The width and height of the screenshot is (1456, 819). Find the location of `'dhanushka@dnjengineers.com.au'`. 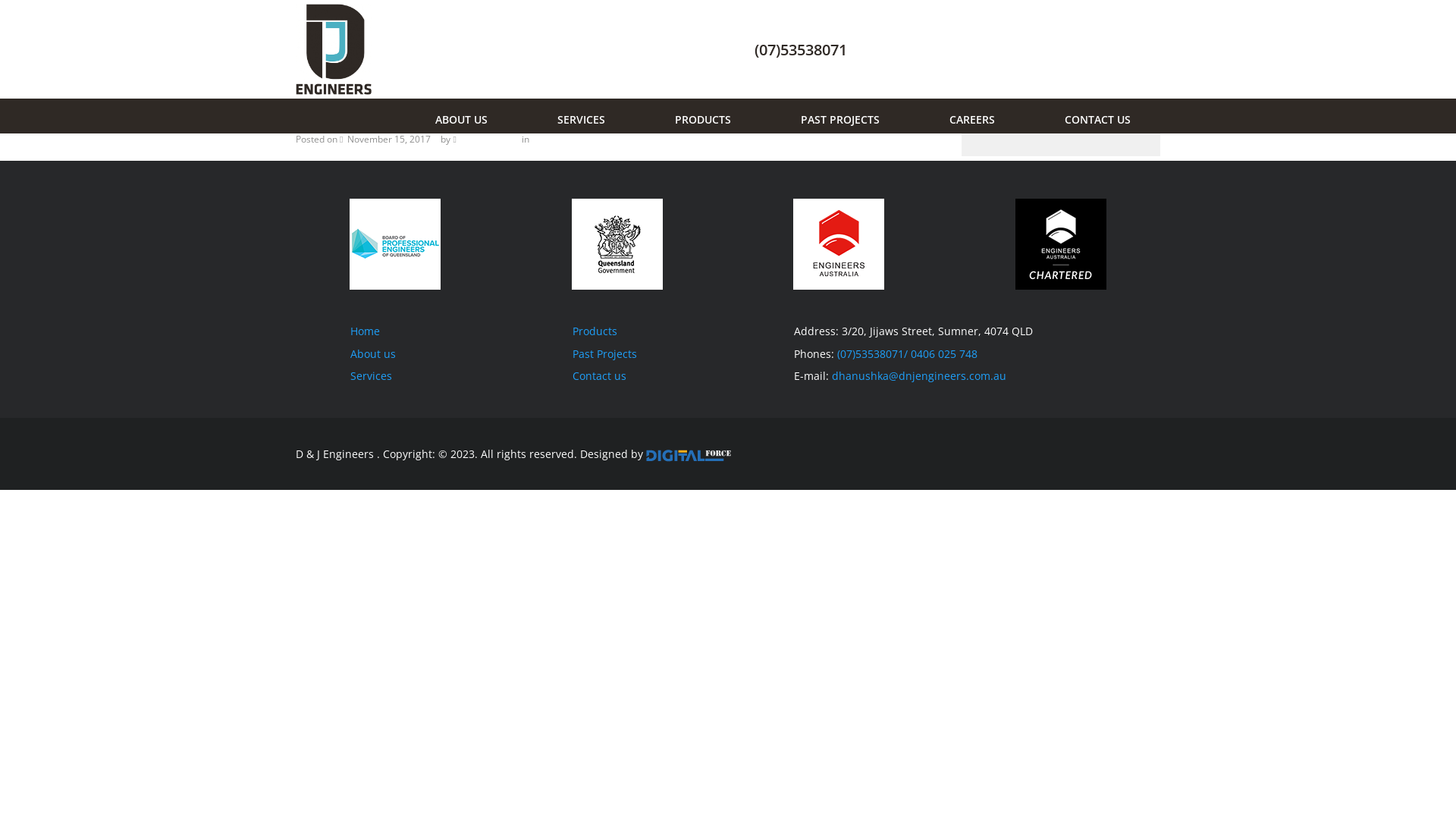

'dhanushka@dnjengineers.com.au' is located at coordinates (918, 375).